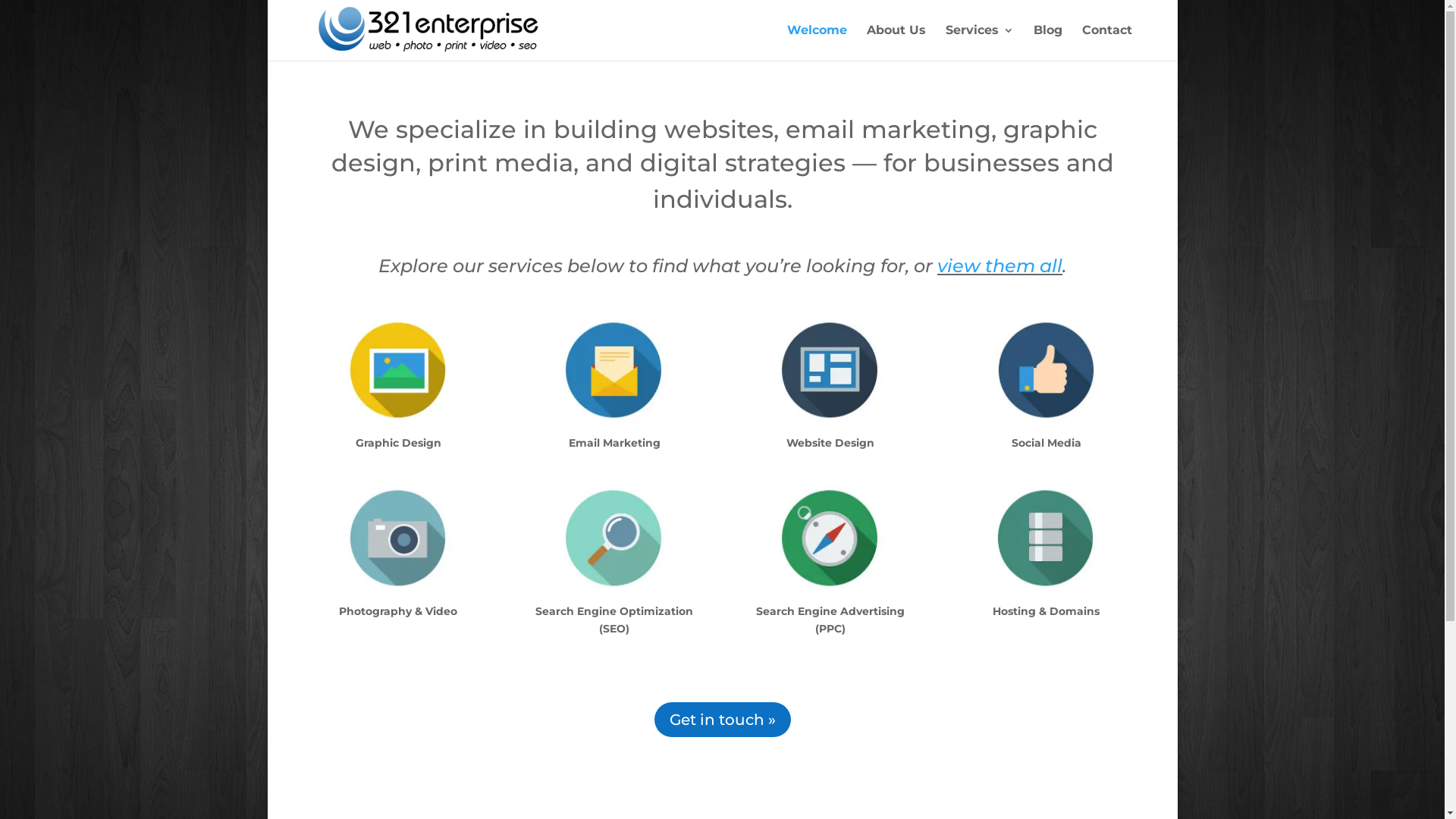 This screenshot has width=1456, height=819. I want to click on 'compass-tout', so click(745, 537).